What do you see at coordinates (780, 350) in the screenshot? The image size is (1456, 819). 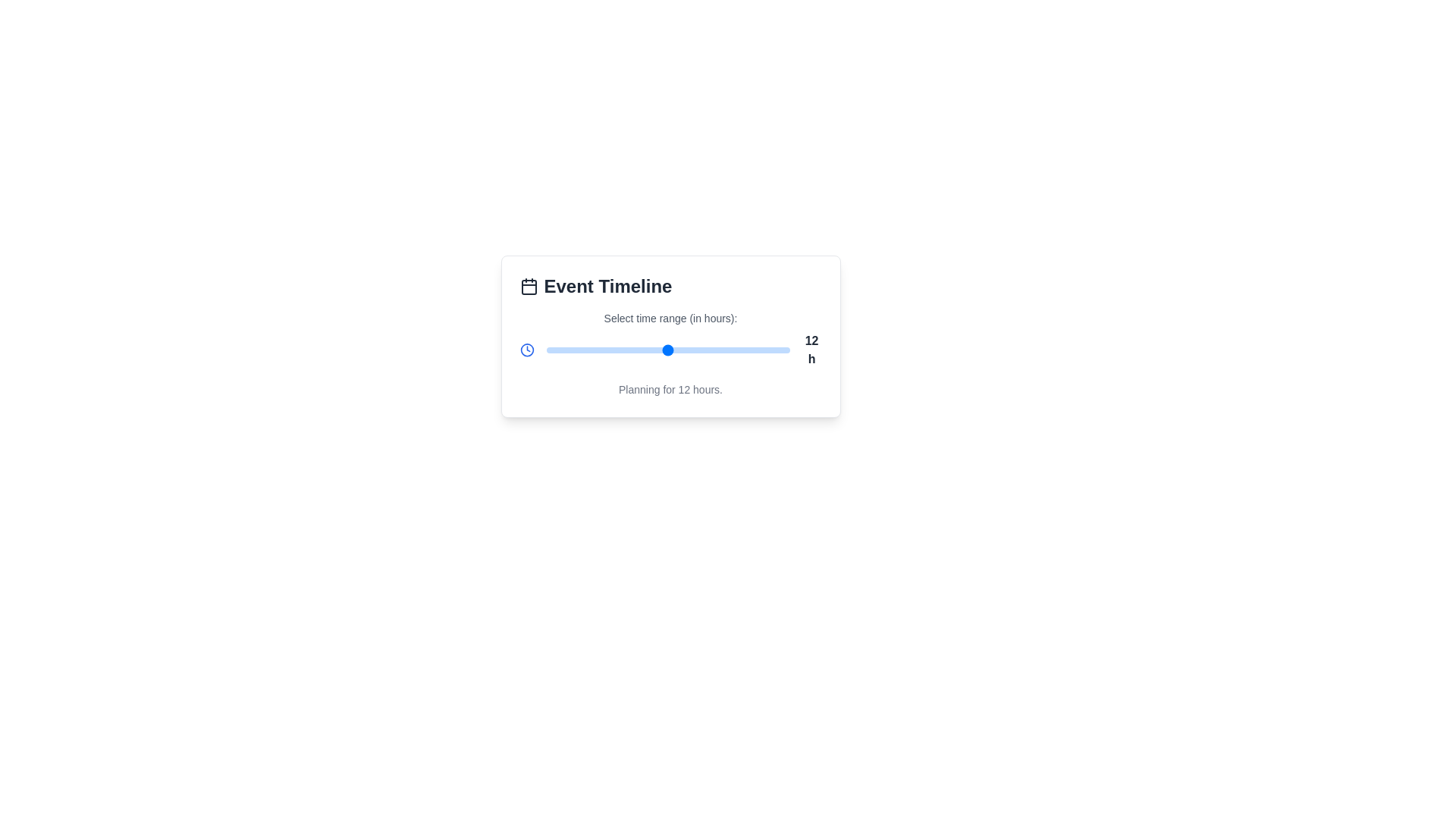 I see `the time range` at bounding box center [780, 350].